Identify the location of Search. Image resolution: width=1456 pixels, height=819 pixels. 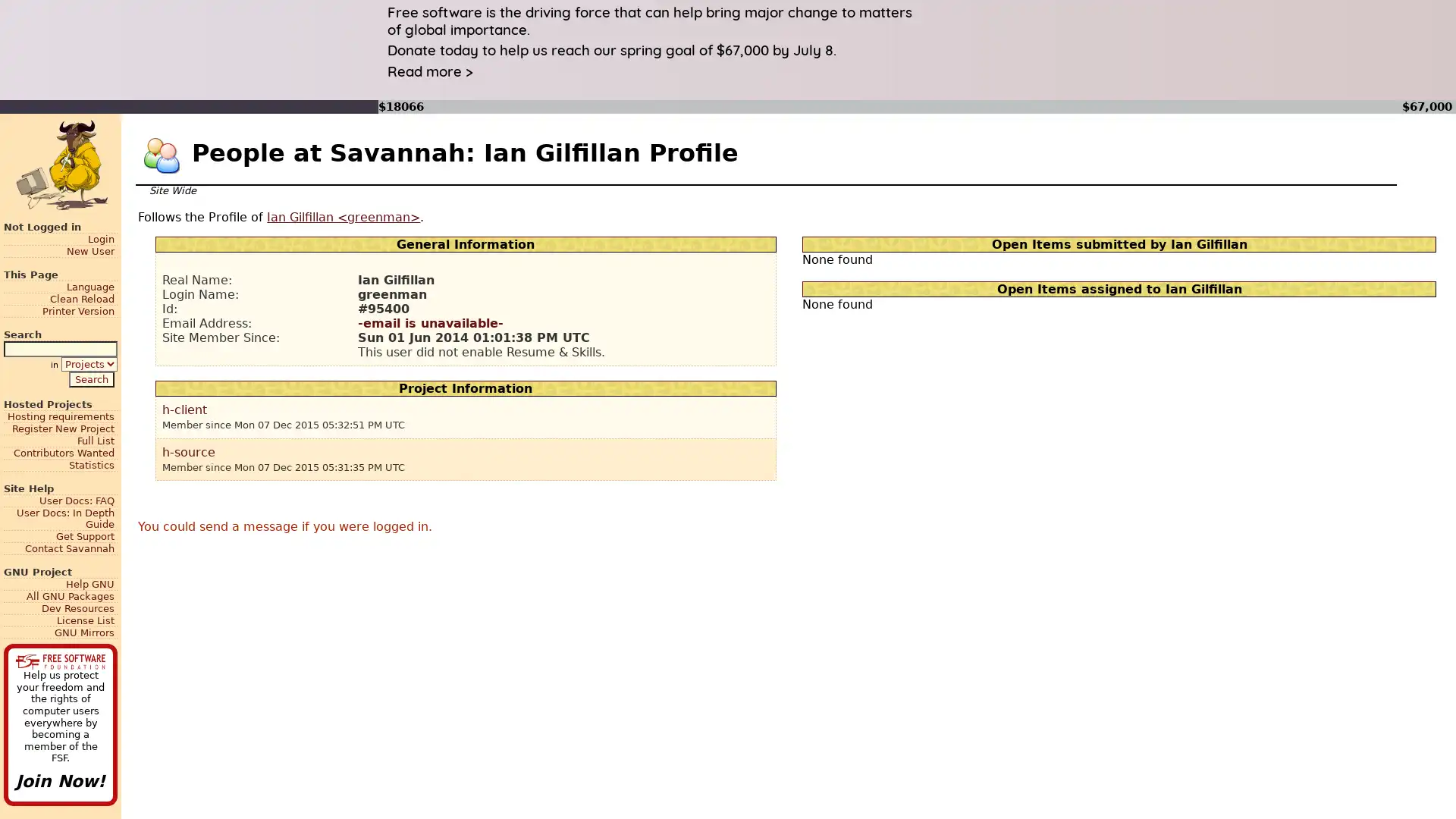
(90, 378).